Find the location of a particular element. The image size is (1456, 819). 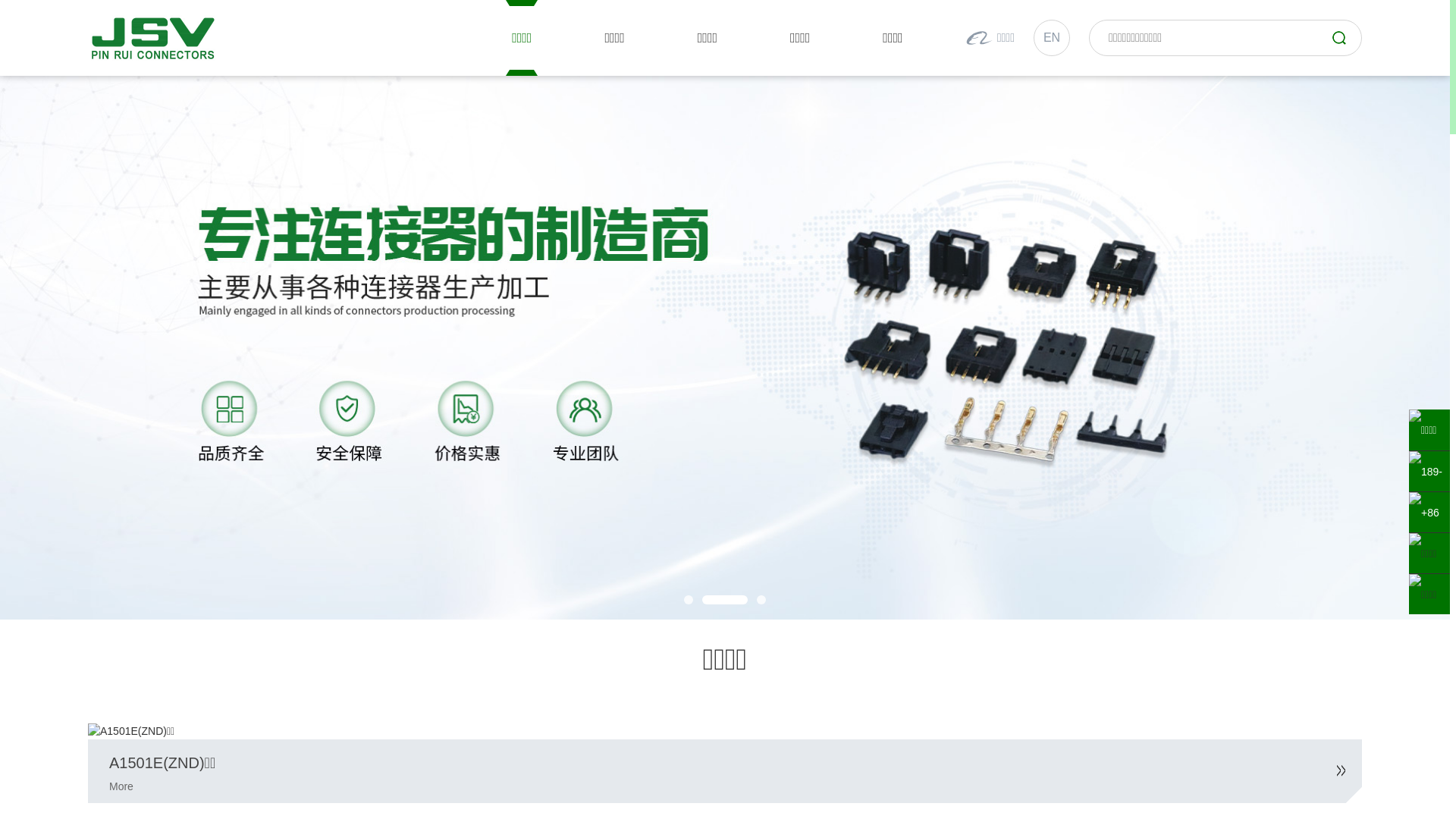

'EN' is located at coordinates (1051, 37).